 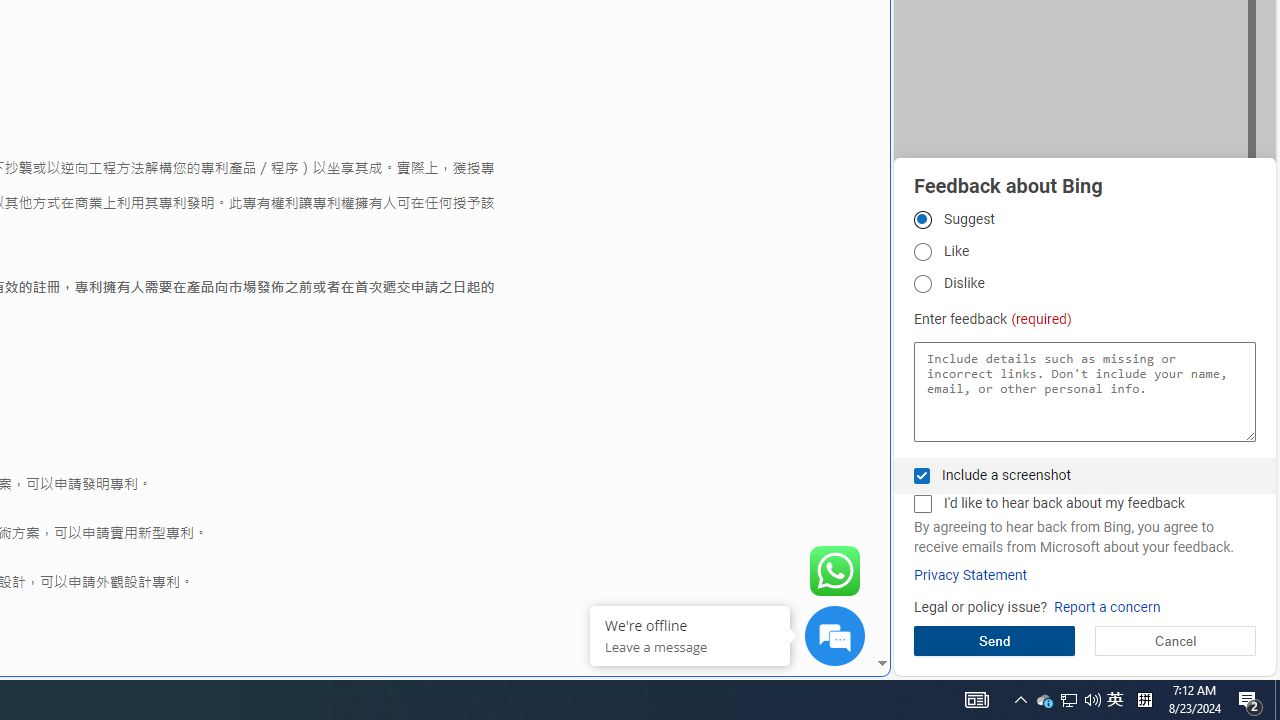 I want to click on 'I', so click(x=921, y=502).